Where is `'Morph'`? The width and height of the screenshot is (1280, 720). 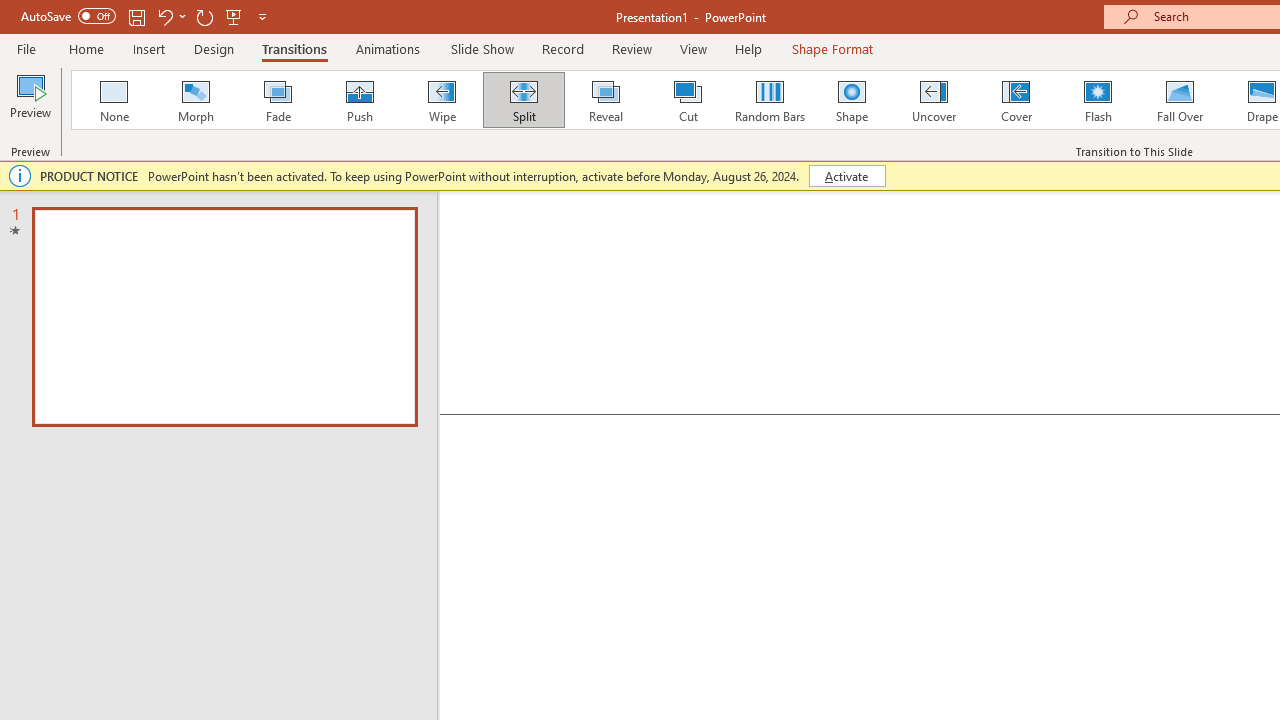 'Morph' is located at coordinates (195, 100).